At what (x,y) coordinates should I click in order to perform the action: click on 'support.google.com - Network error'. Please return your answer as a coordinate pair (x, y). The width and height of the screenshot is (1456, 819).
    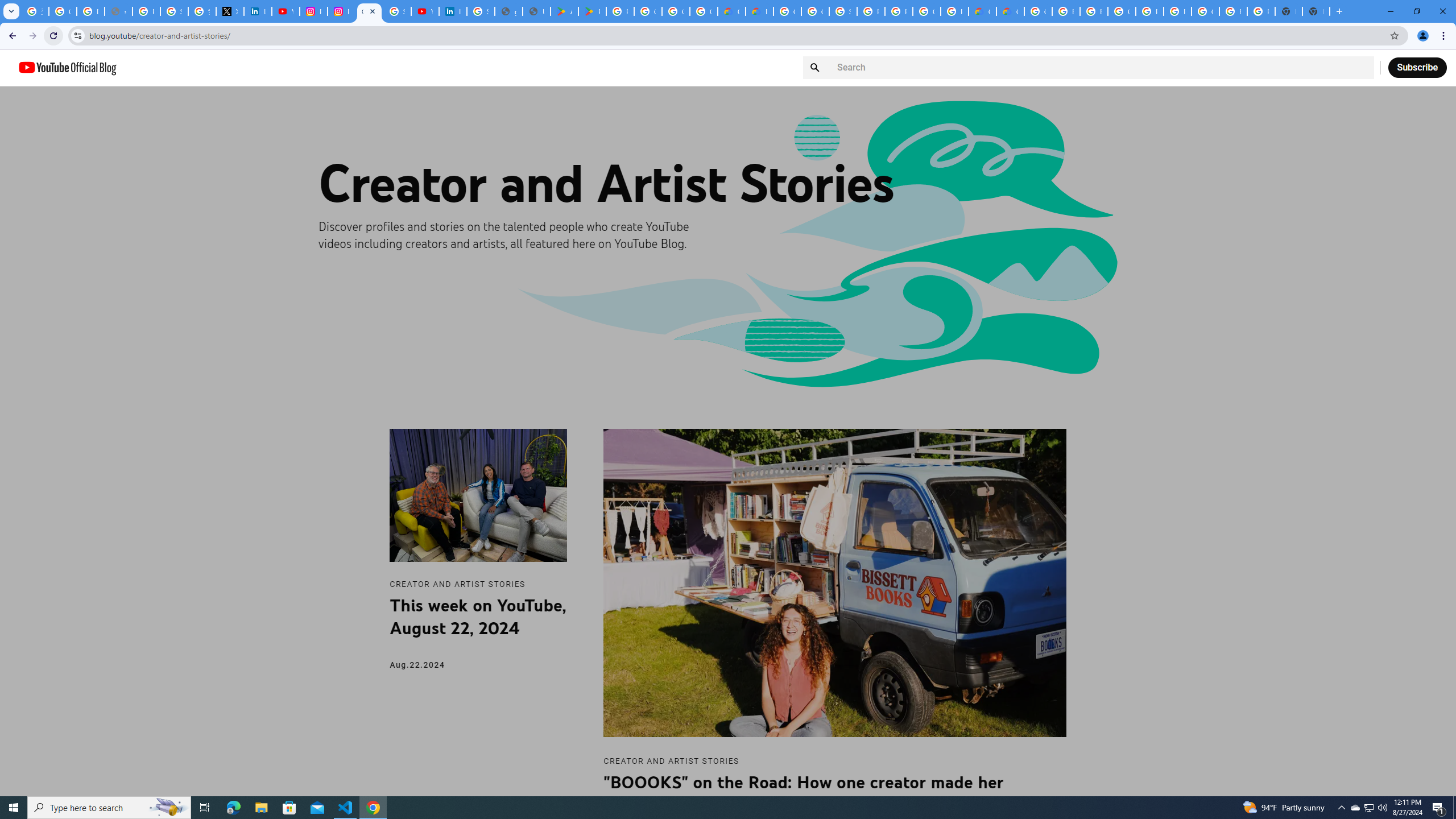
    Looking at the image, I should click on (118, 11).